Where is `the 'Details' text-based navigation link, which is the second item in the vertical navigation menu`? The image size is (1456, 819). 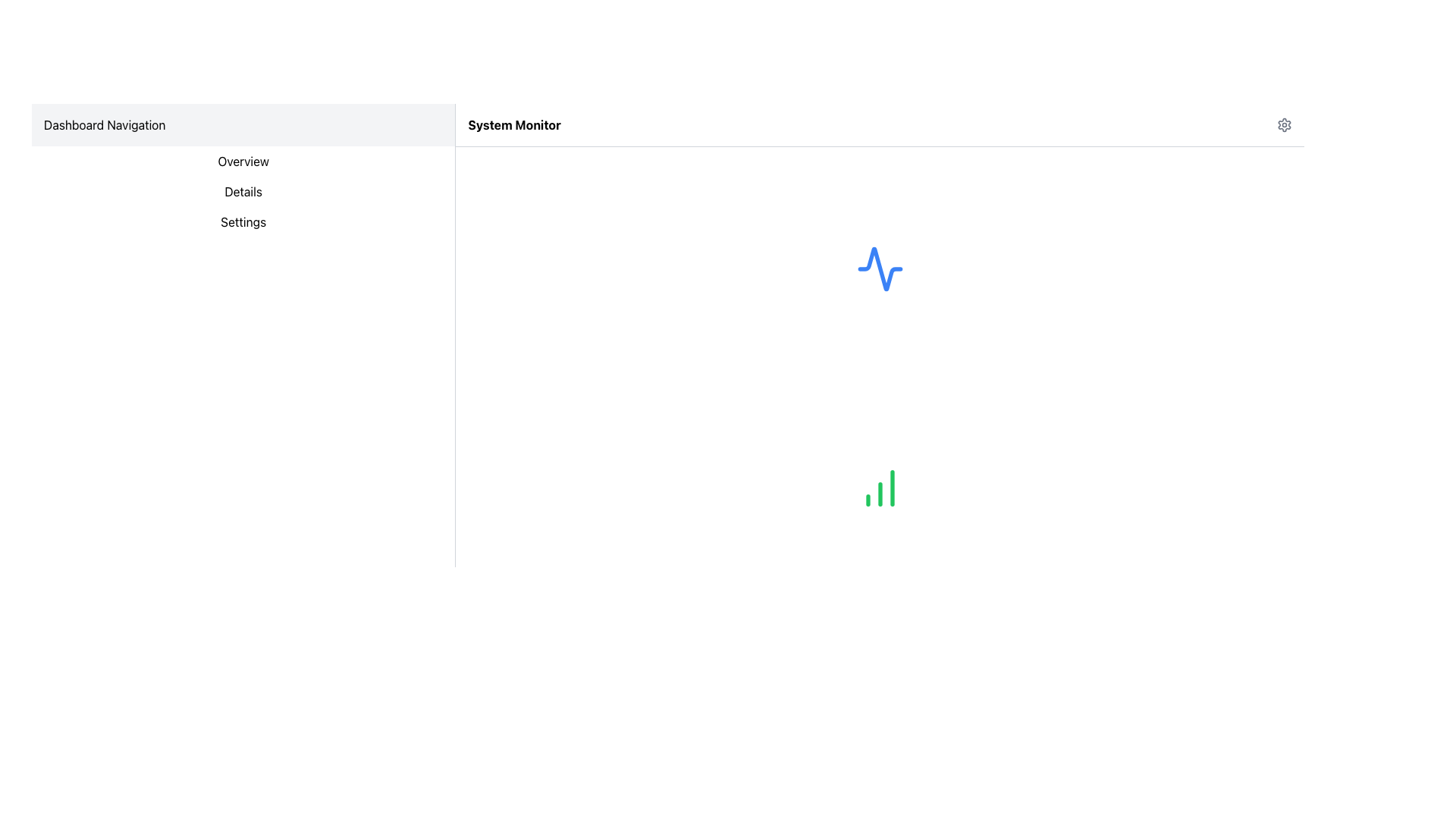 the 'Details' text-based navigation link, which is the second item in the vertical navigation menu is located at coordinates (243, 191).